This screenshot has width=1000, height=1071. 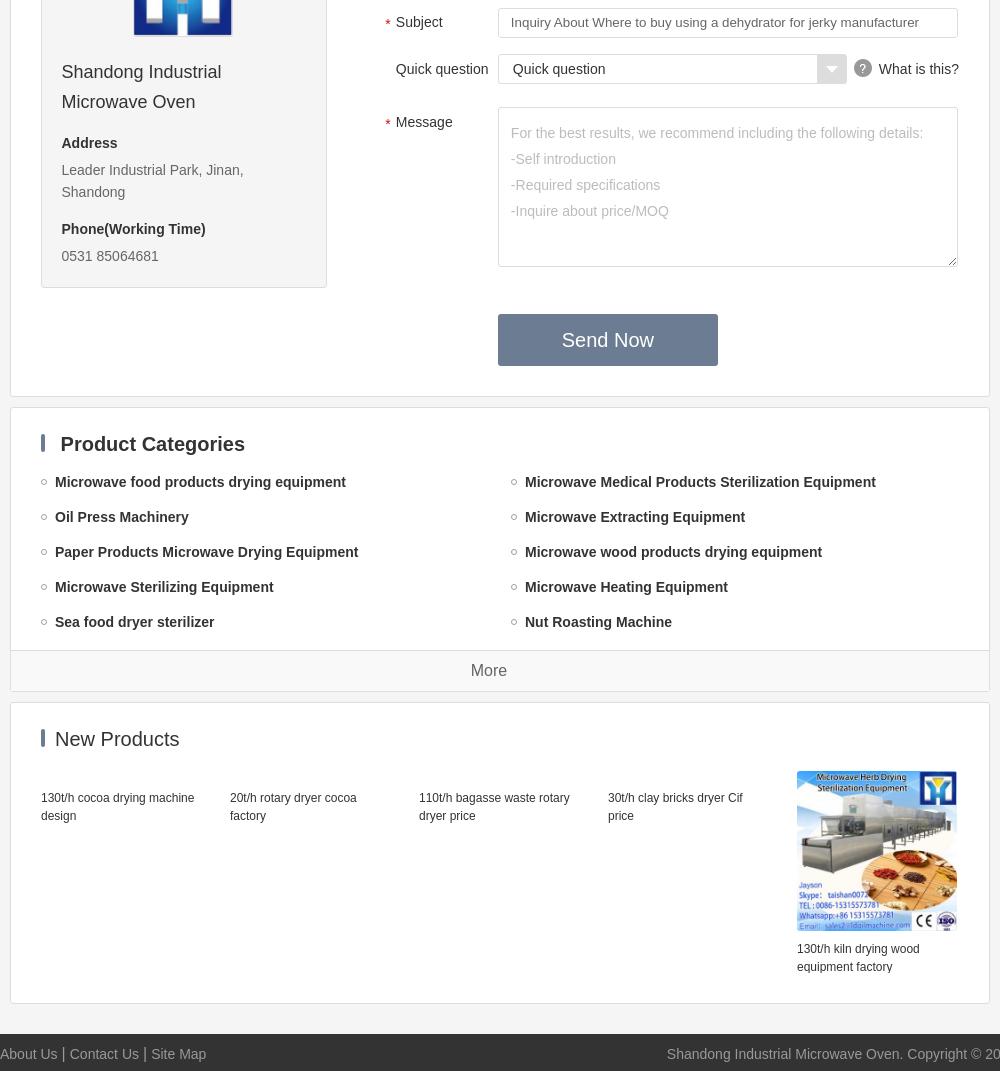 I want to click on 'Sea food dryer sterilizer', so click(x=134, y=621).